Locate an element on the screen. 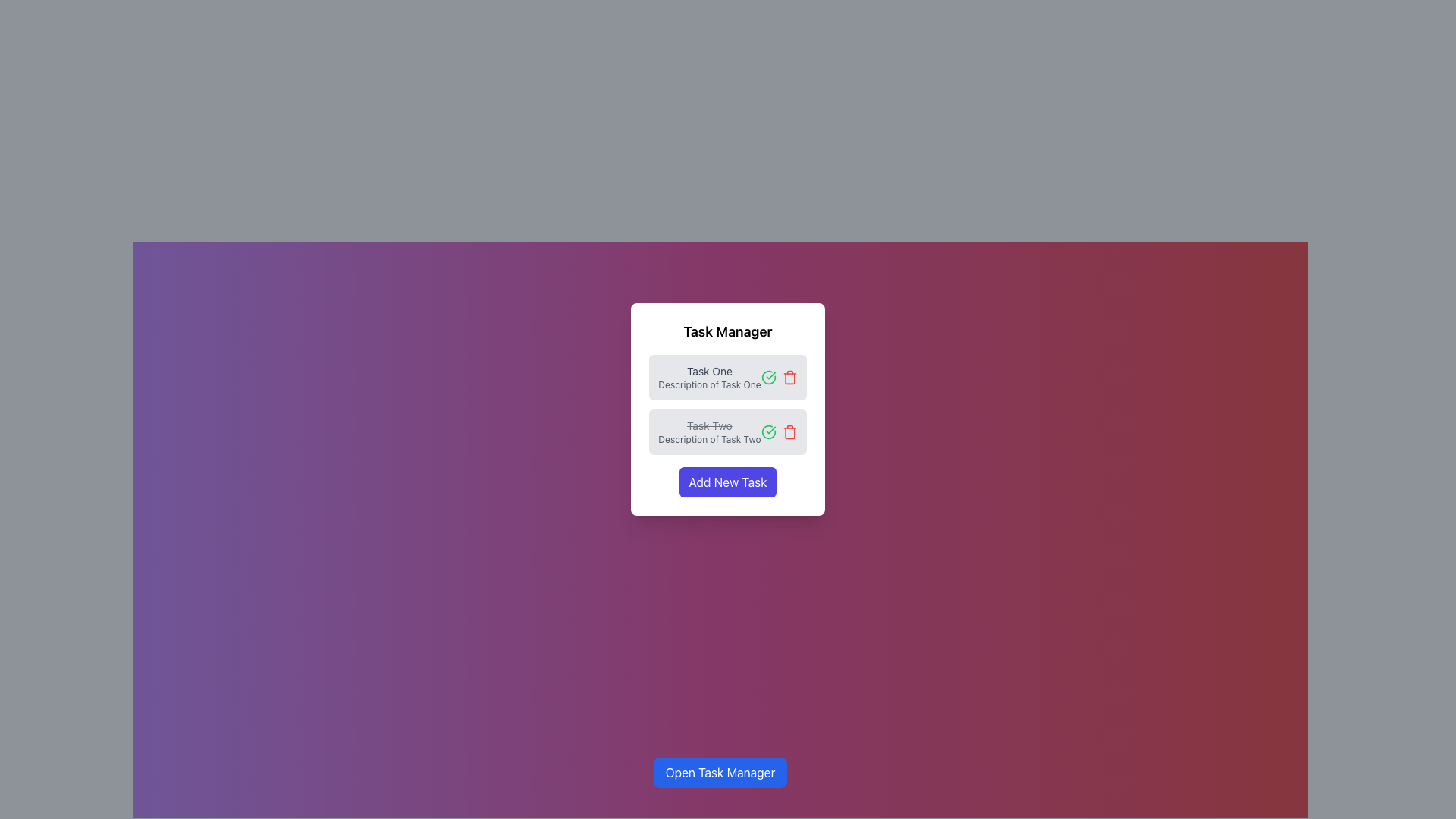 This screenshot has width=1456, height=819. the completion indicator icon button located in the second row of the task manager interface to mark the task as complete is located at coordinates (768, 432).